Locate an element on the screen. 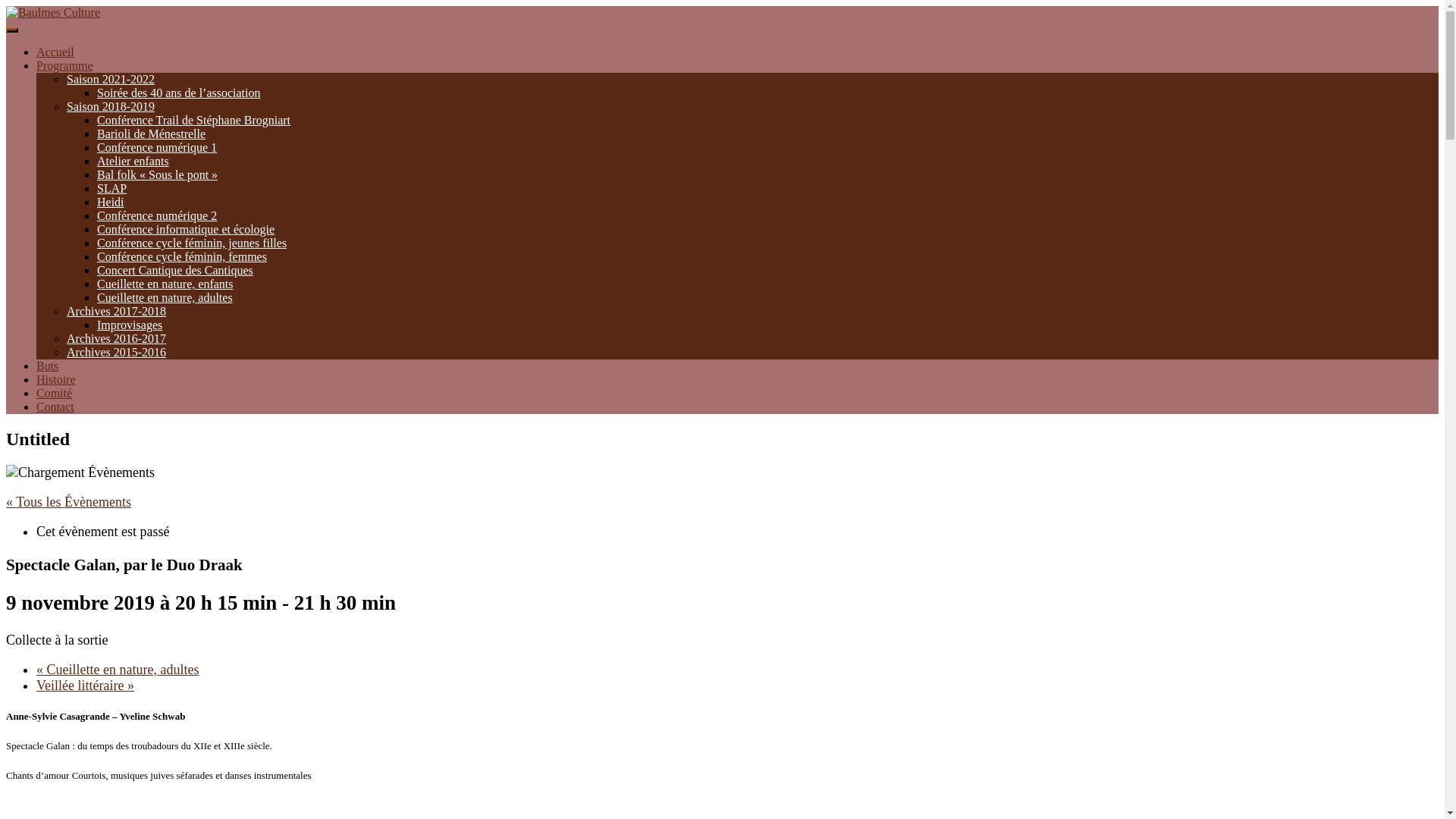 This screenshot has width=1456, height=819. 'Cueillette en nature, adultes' is located at coordinates (165, 297).